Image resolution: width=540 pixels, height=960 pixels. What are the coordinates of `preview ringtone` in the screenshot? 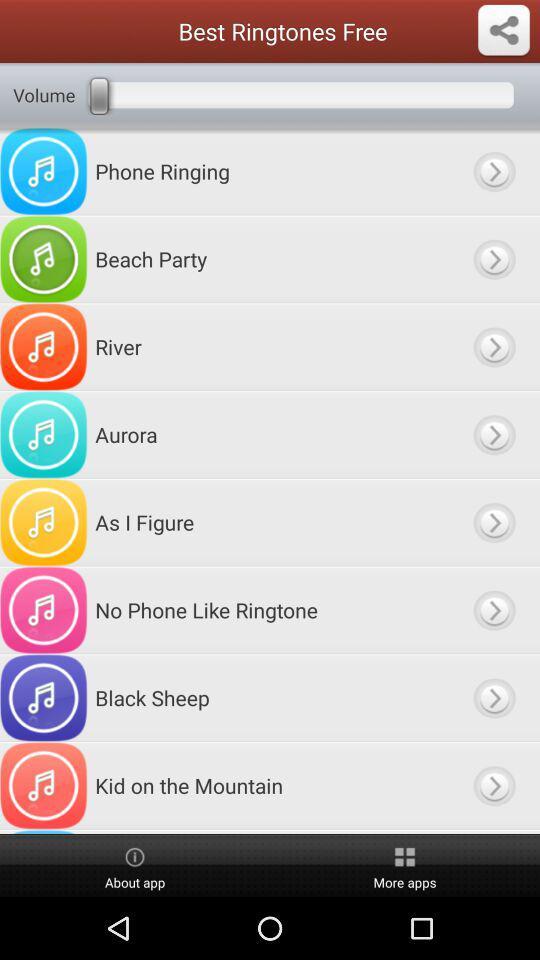 It's located at (493, 521).